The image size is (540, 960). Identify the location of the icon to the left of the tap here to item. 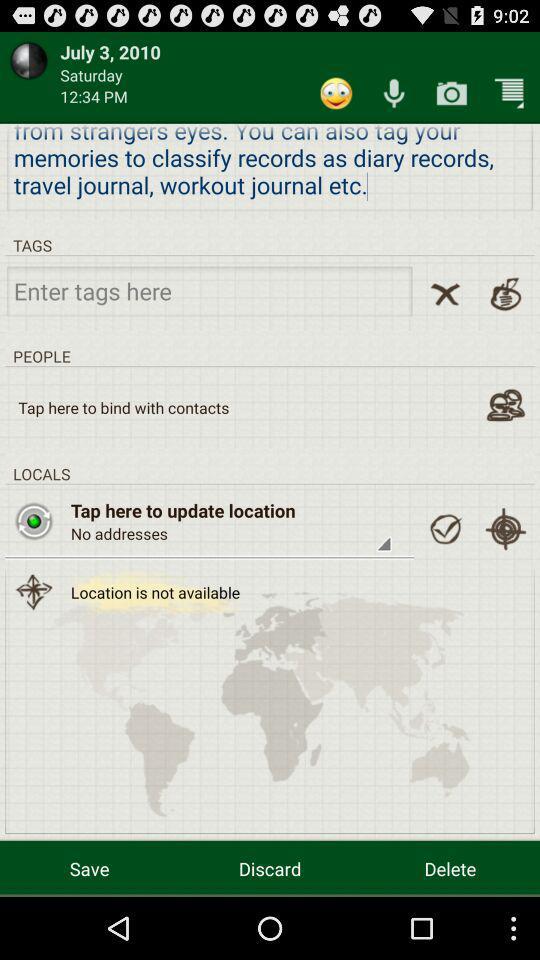
(33, 520).